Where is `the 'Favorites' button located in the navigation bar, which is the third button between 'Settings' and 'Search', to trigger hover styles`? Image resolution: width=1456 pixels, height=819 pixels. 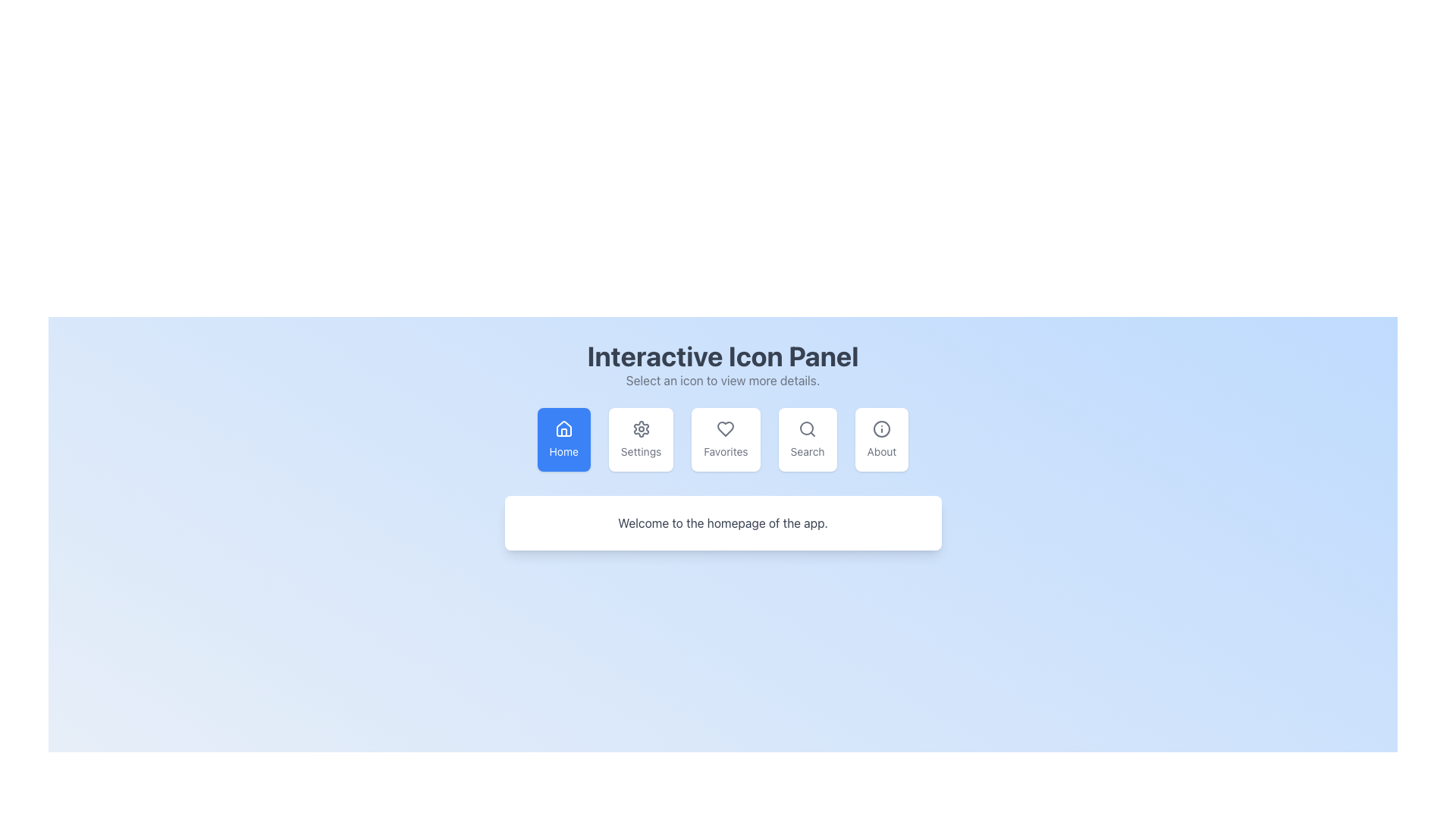
the 'Favorites' button located in the navigation bar, which is the third button between 'Settings' and 'Search', to trigger hover styles is located at coordinates (725, 439).